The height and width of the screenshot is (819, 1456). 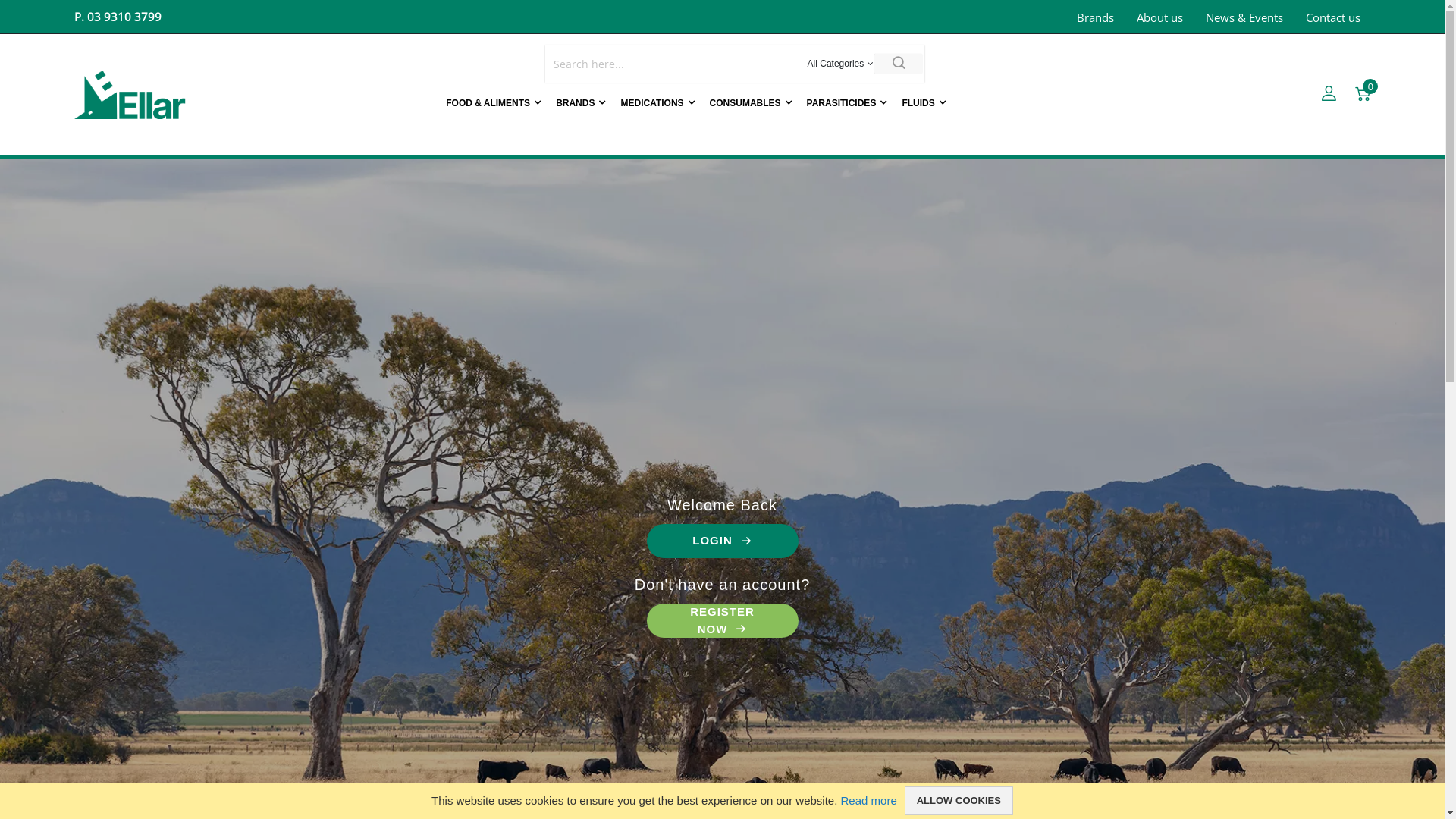 What do you see at coordinates (894, 102) in the screenshot?
I see `'FLUIDS'` at bounding box center [894, 102].